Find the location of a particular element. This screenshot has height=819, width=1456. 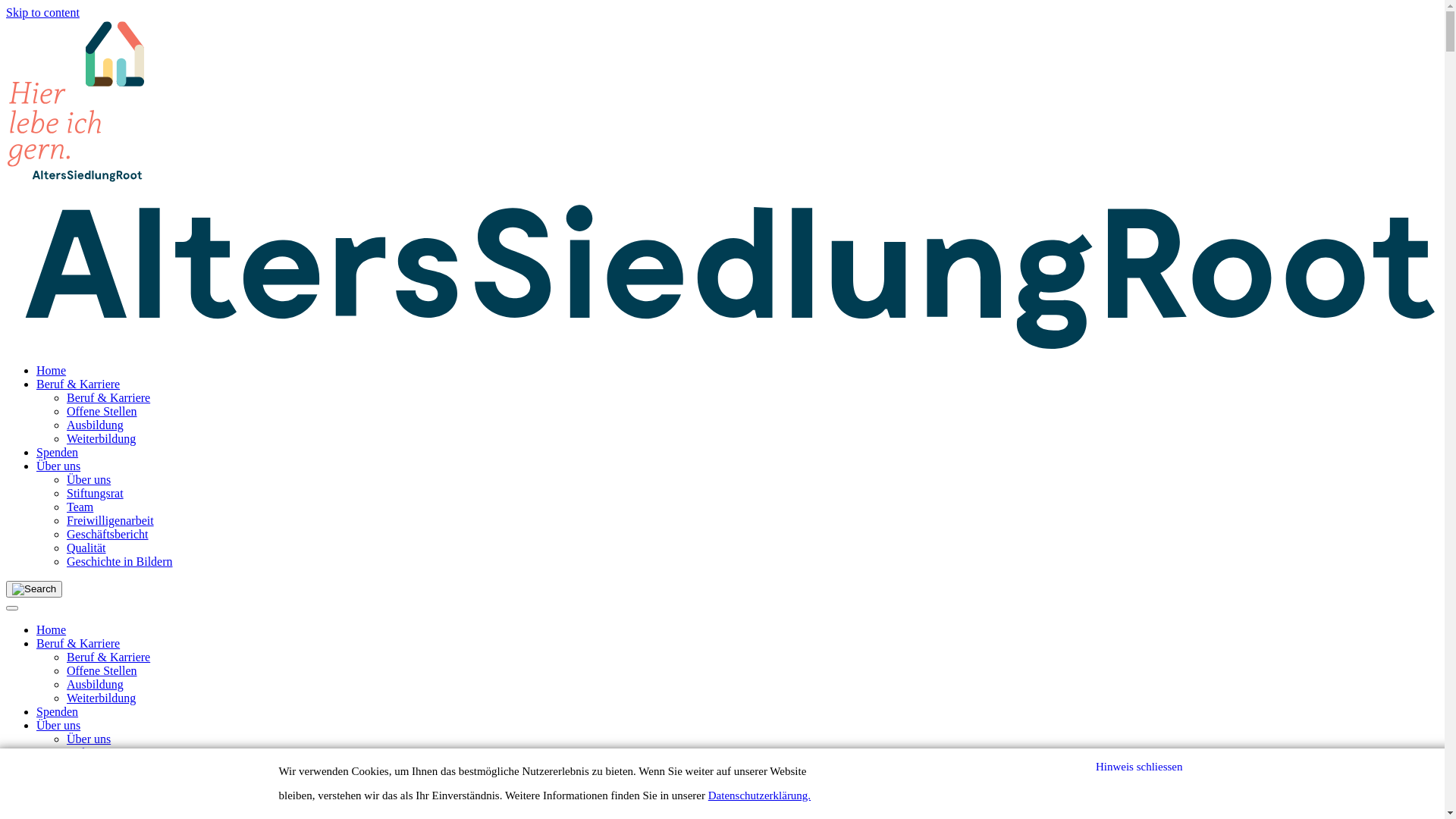

'Offene Stellen' is located at coordinates (101, 670).